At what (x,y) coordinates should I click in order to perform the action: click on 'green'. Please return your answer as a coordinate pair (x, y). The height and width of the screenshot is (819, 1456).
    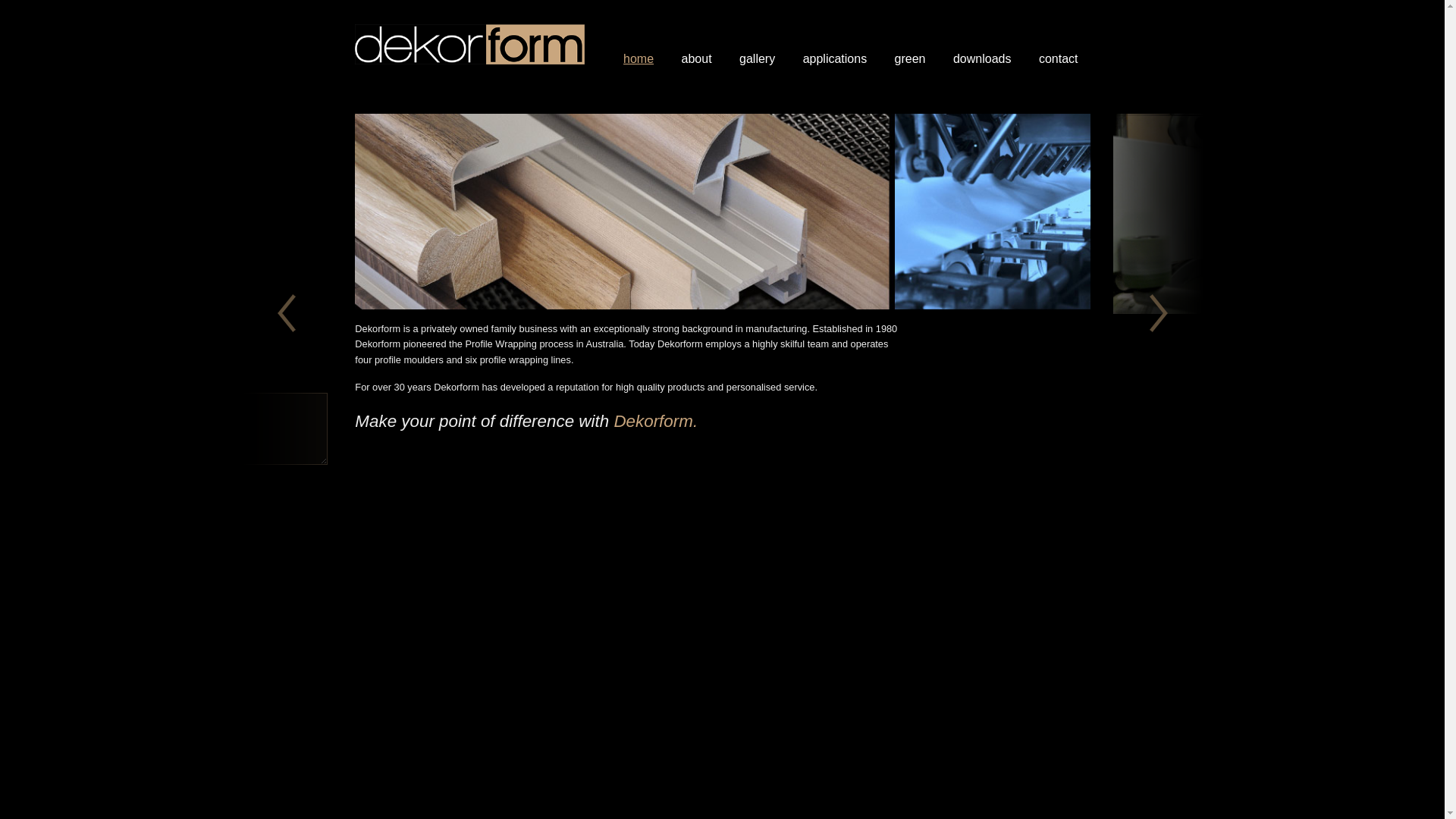
    Looking at the image, I should click on (910, 43).